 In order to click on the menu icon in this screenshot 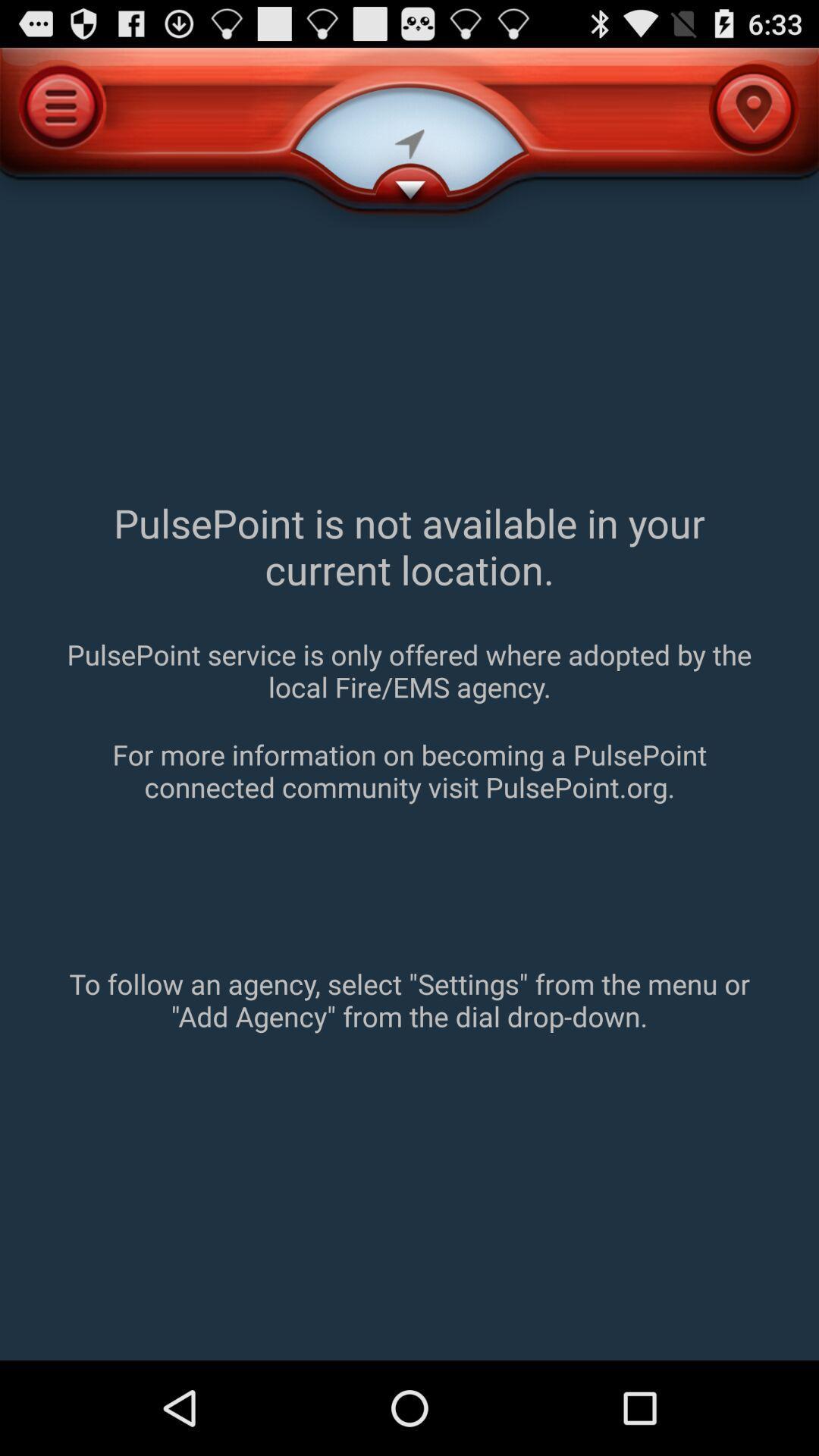, I will do `click(60, 105)`.